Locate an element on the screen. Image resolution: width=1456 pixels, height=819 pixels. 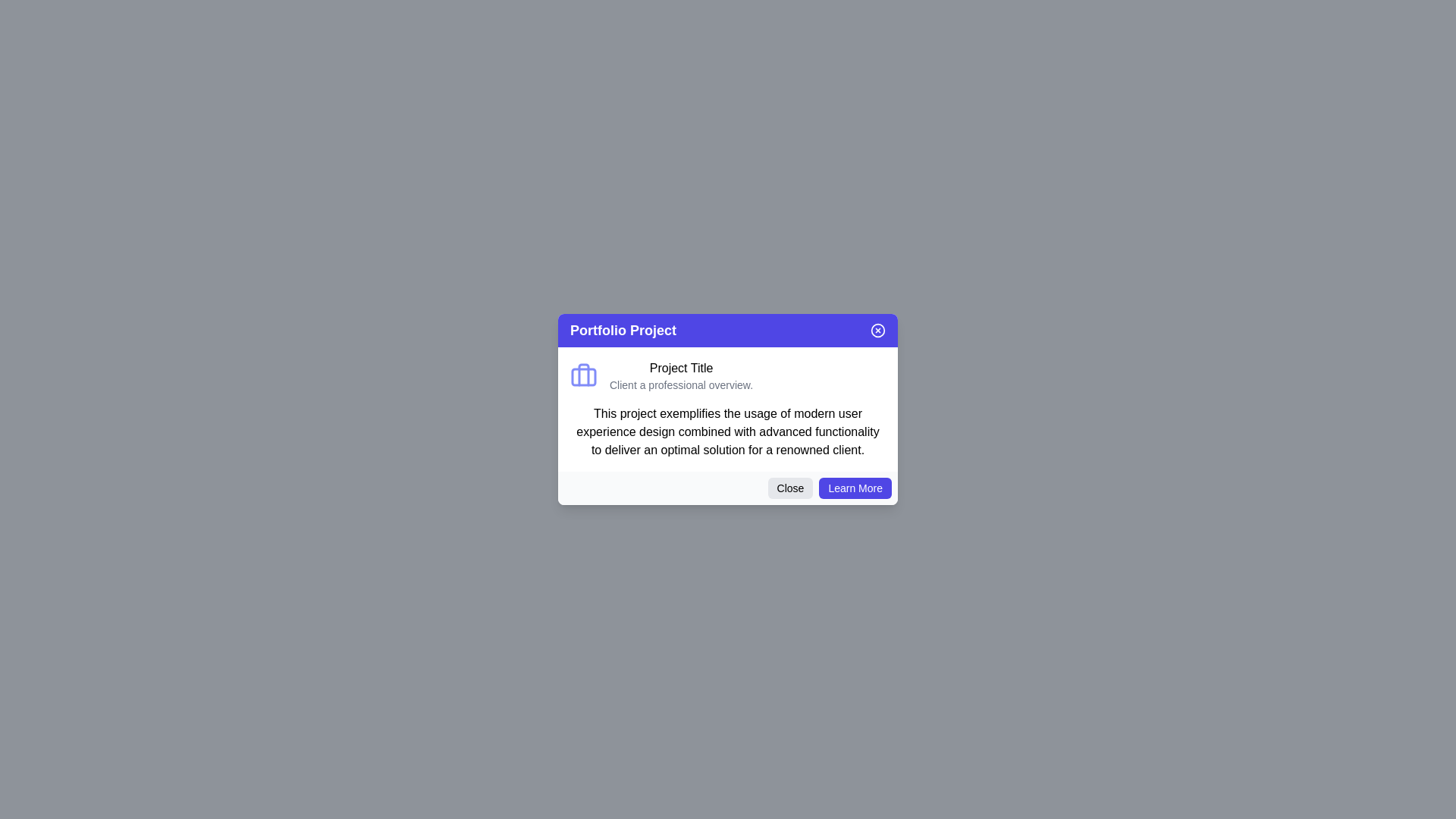
the 'Close' button with rounded corners, which has a light gray background and changes shade on hover is located at coordinates (789, 488).